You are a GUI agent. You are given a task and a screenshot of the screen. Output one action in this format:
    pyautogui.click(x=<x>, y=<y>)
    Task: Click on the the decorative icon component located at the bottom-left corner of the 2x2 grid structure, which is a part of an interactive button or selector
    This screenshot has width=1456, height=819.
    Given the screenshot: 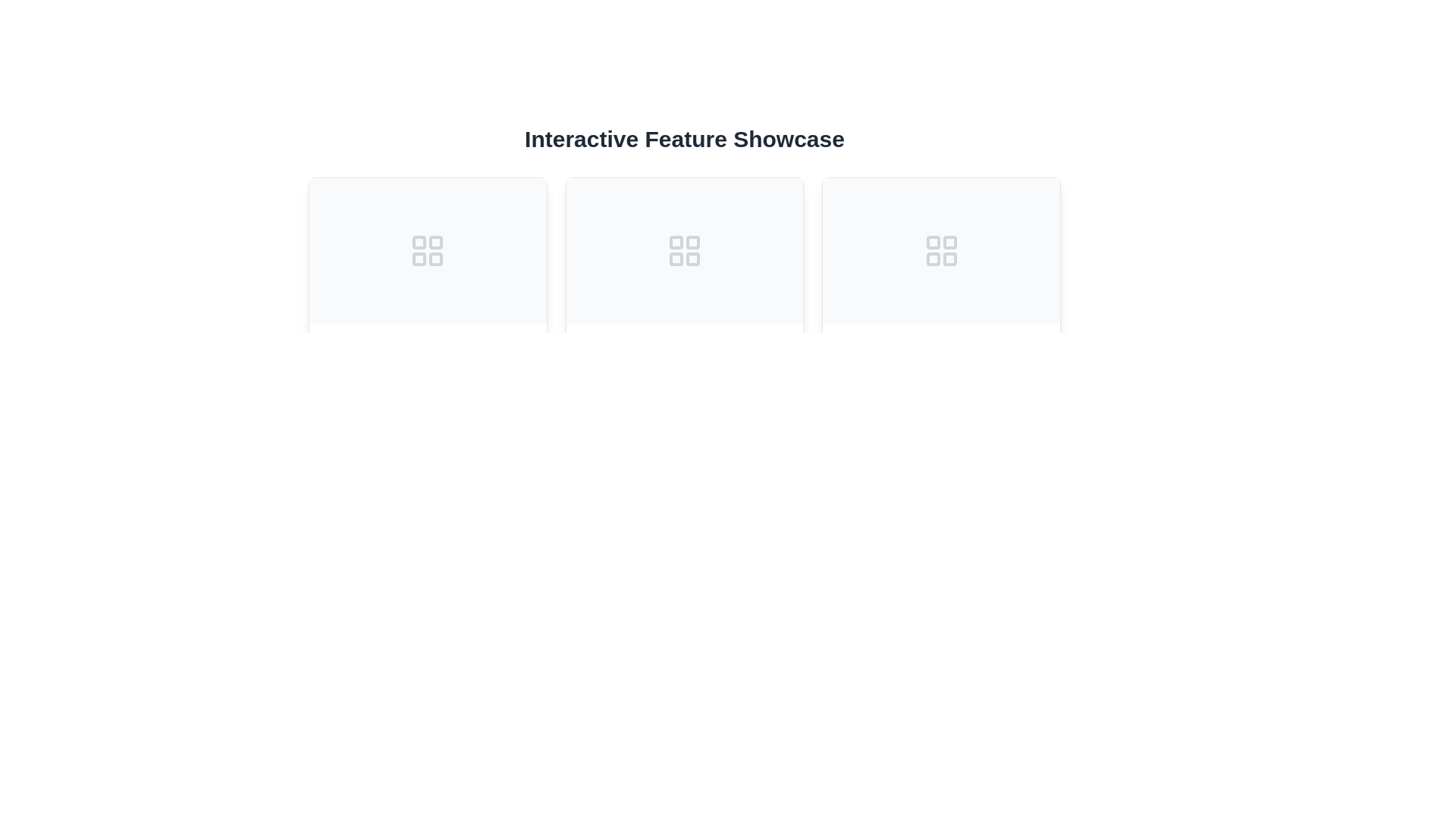 What is the action you would take?
    pyautogui.click(x=676, y=259)
    